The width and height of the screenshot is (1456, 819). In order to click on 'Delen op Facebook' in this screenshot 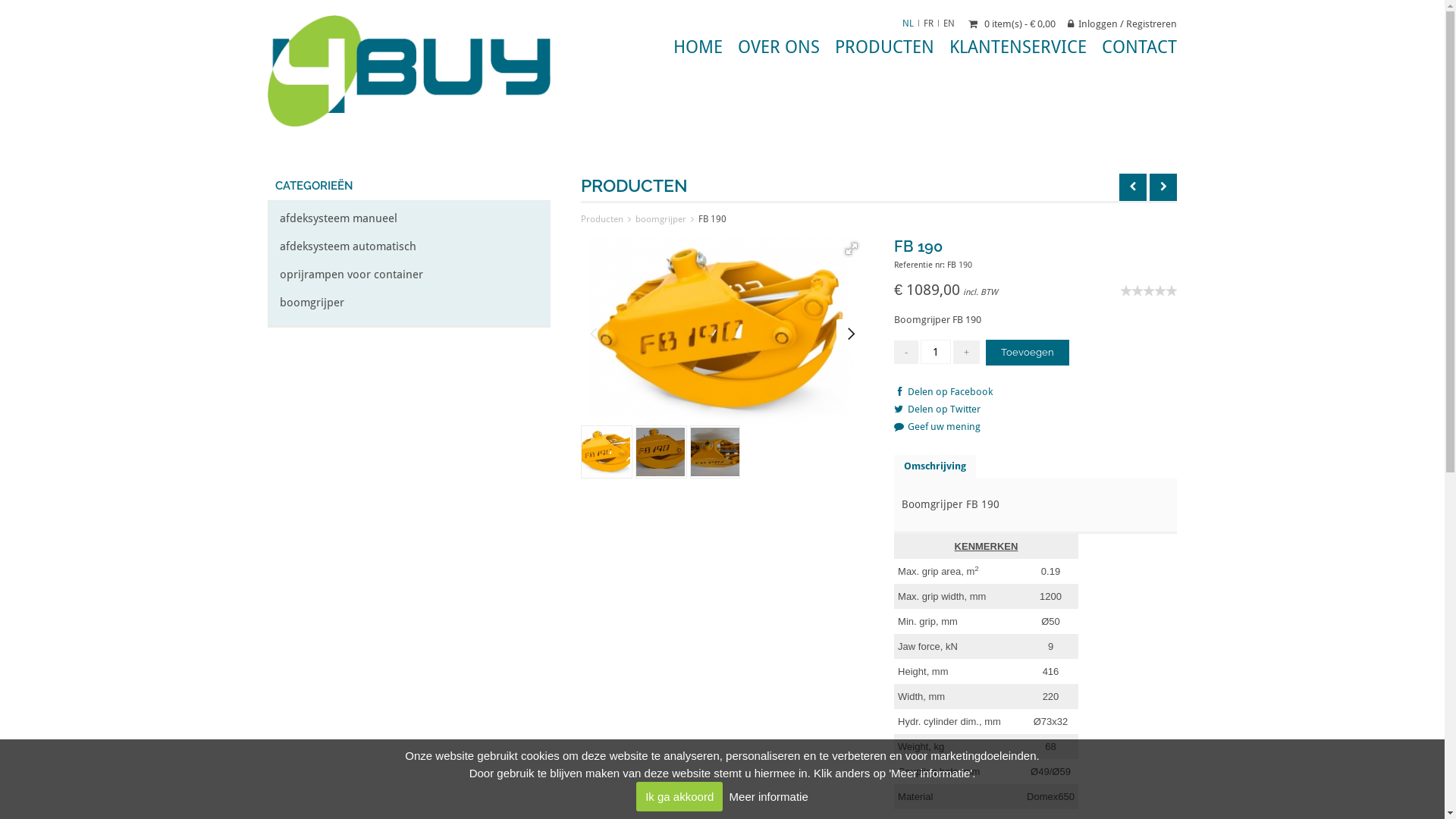, I will do `click(942, 391)`.